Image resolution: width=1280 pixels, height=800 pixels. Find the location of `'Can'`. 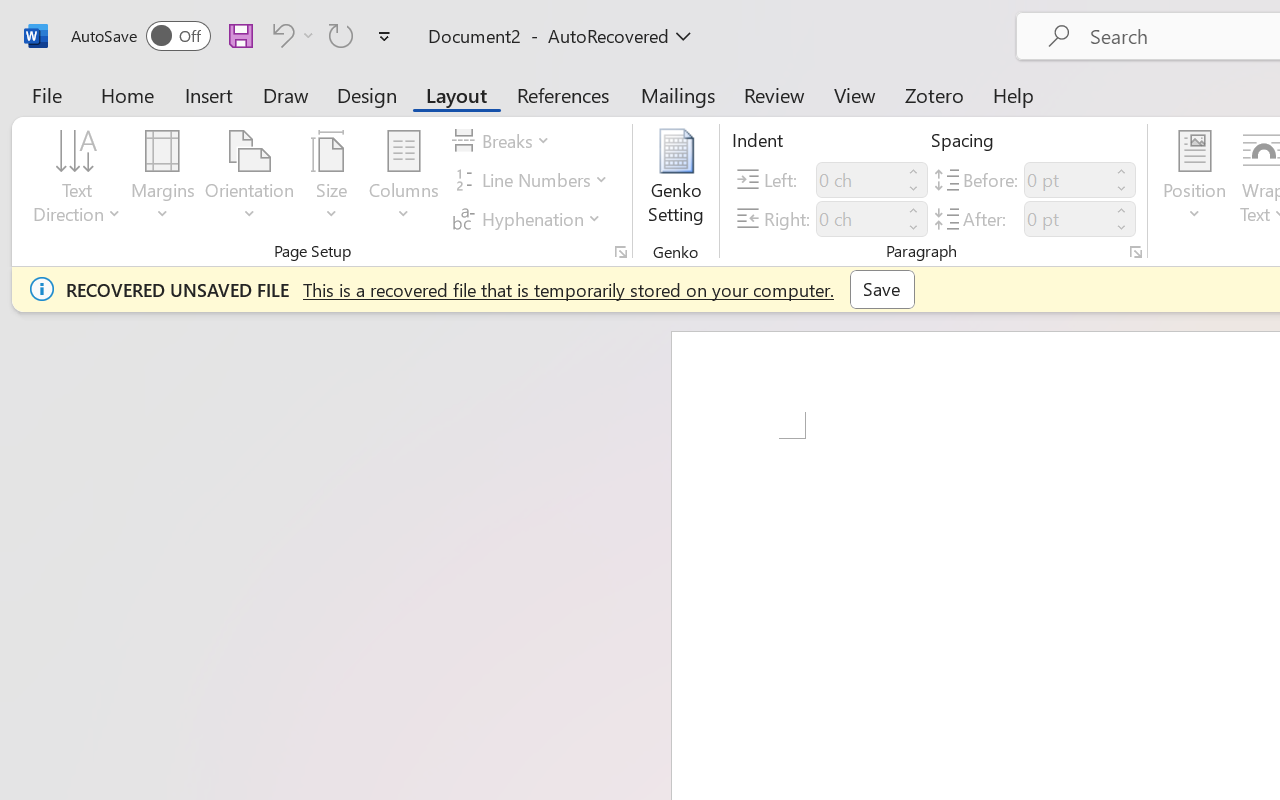

'Can' is located at coordinates (279, 34).